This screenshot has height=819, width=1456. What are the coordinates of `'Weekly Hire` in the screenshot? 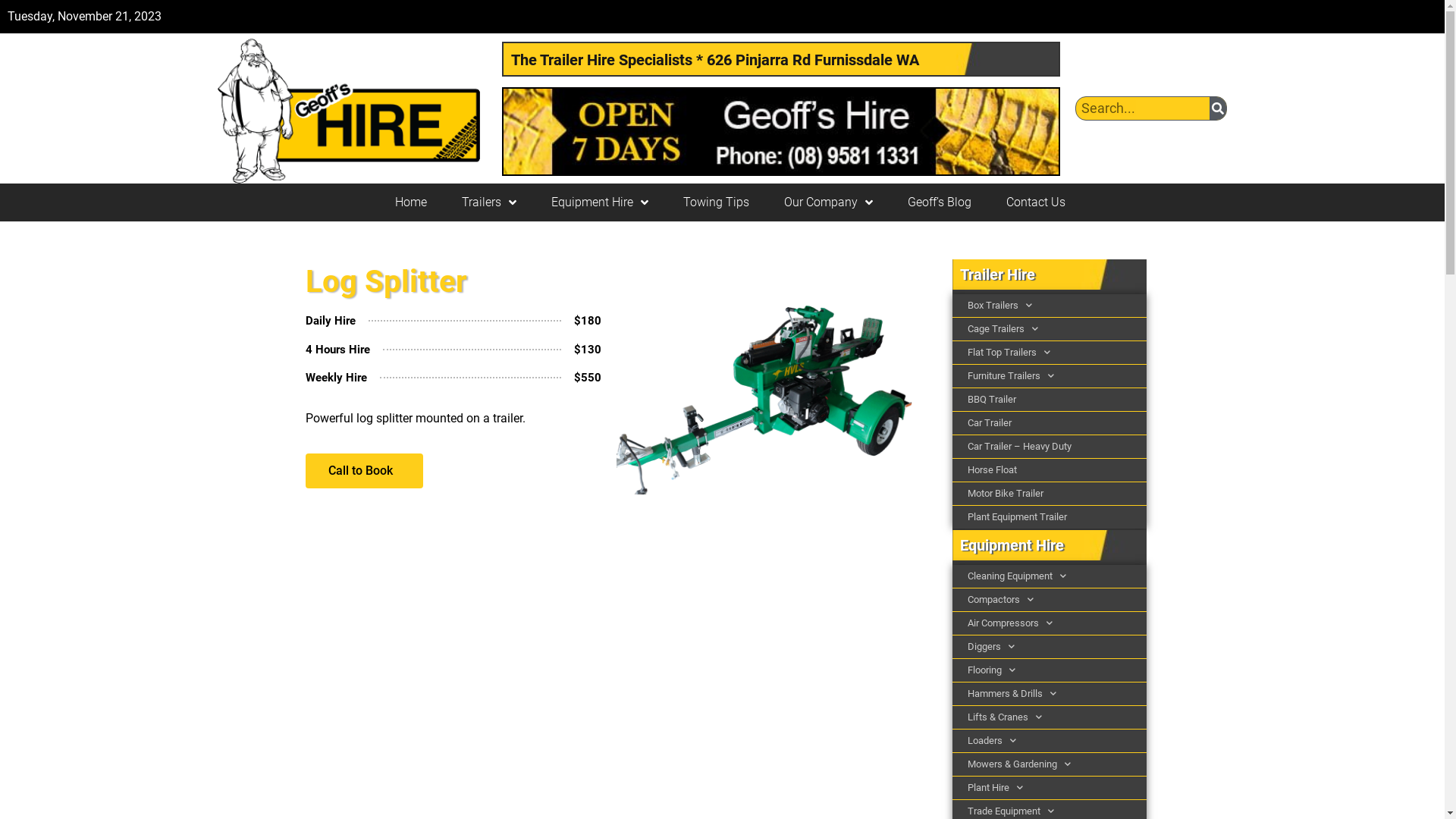 It's located at (452, 381).